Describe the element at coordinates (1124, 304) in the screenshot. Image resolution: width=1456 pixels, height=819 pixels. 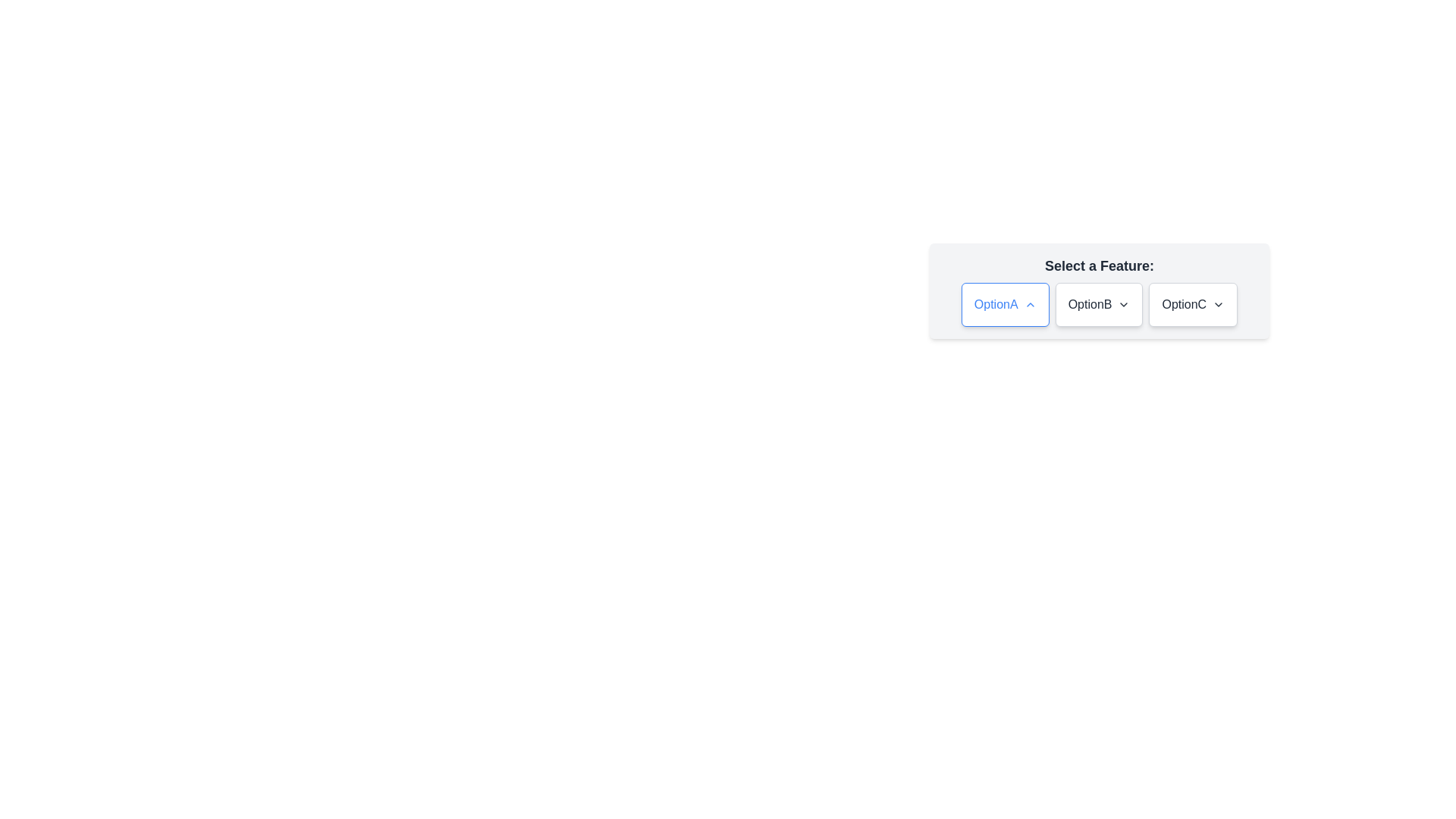
I see `the downward-facing chevron icon next to the label 'OptionB'` at that location.